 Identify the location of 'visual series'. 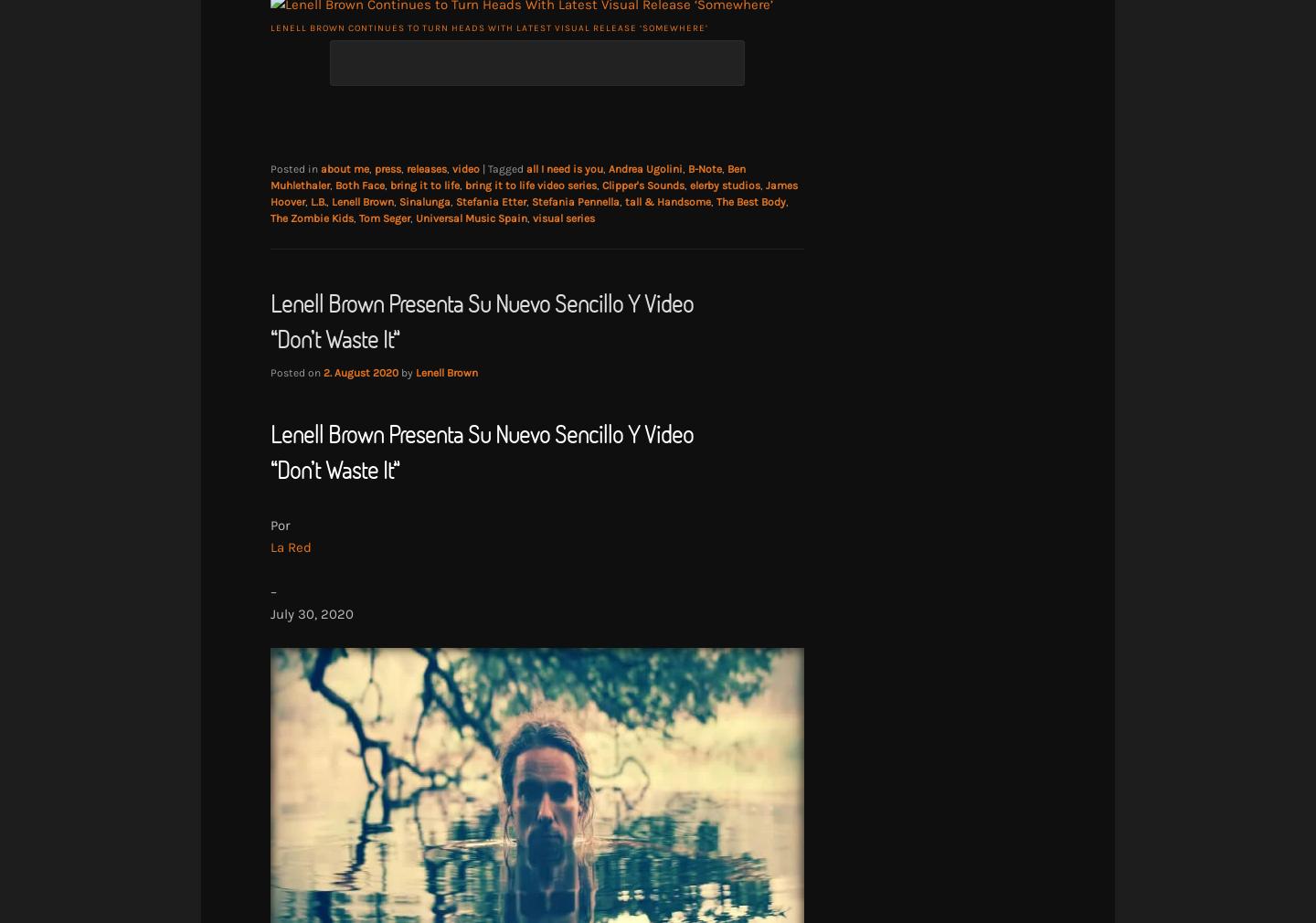
(563, 217).